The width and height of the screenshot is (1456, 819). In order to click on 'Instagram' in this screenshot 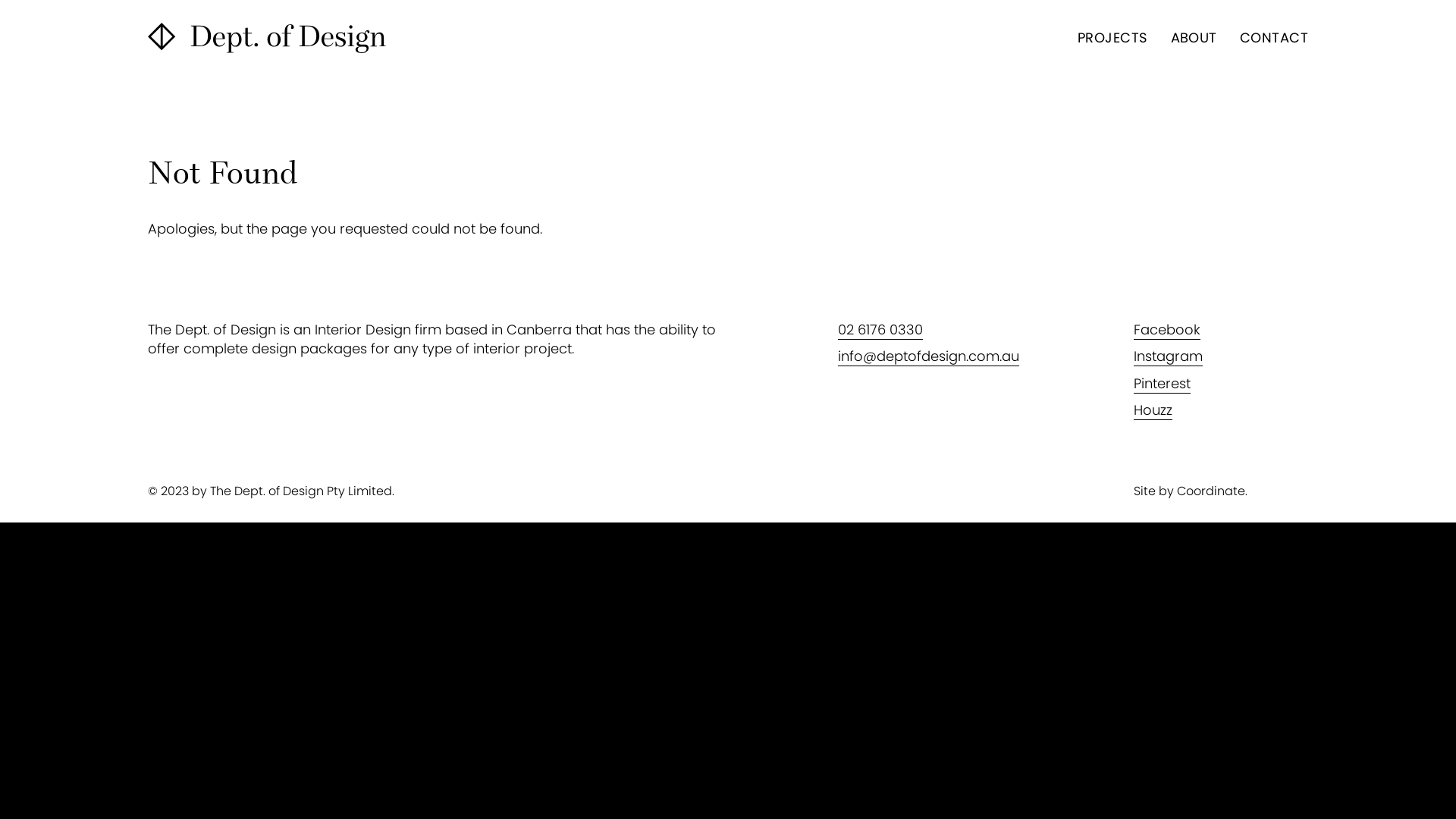, I will do `click(1167, 356)`.